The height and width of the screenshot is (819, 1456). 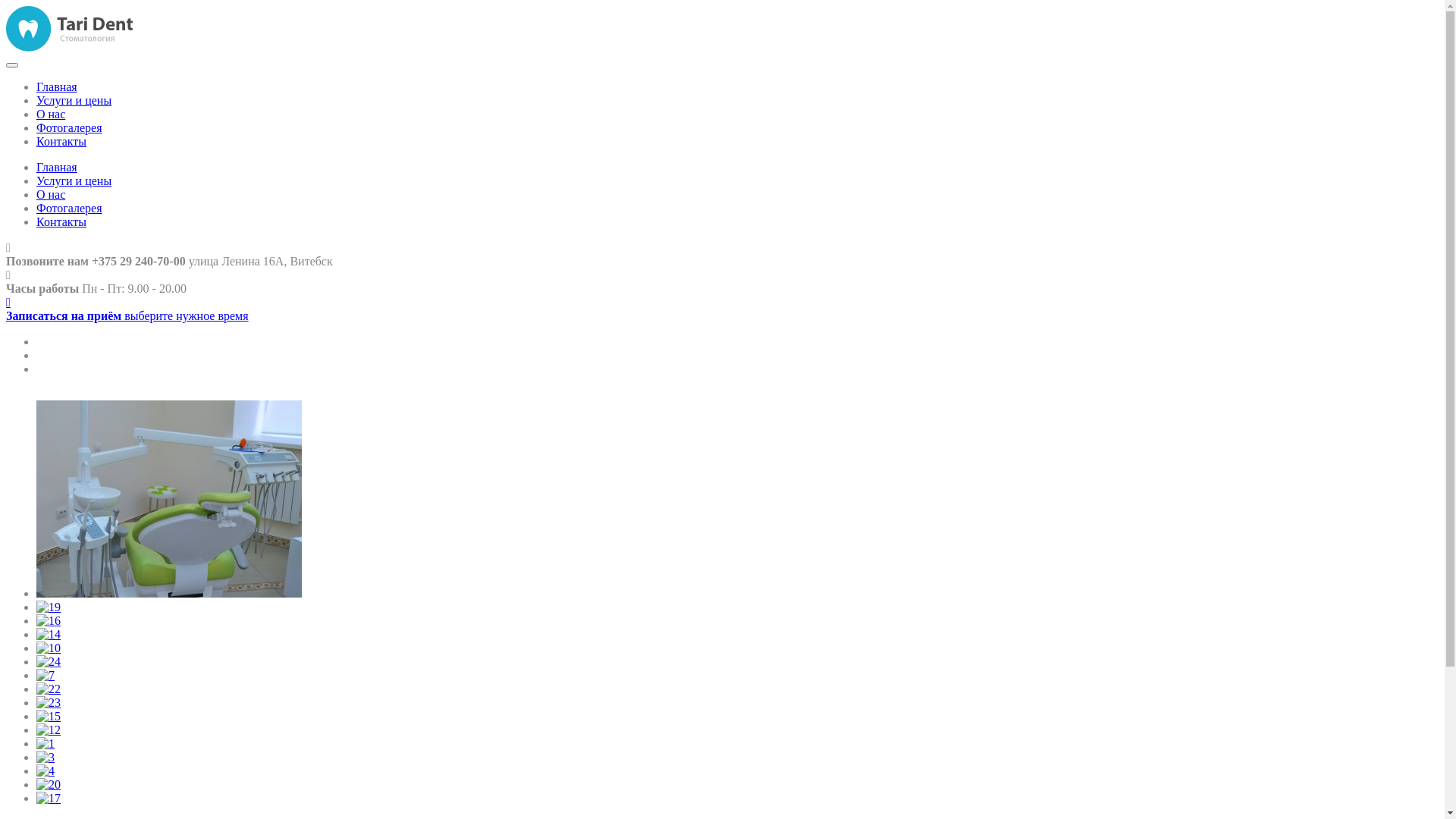 What do you see at coordinates (48, 702) in the screenshot?
I see `'23'` at bounding box center [48, 702].